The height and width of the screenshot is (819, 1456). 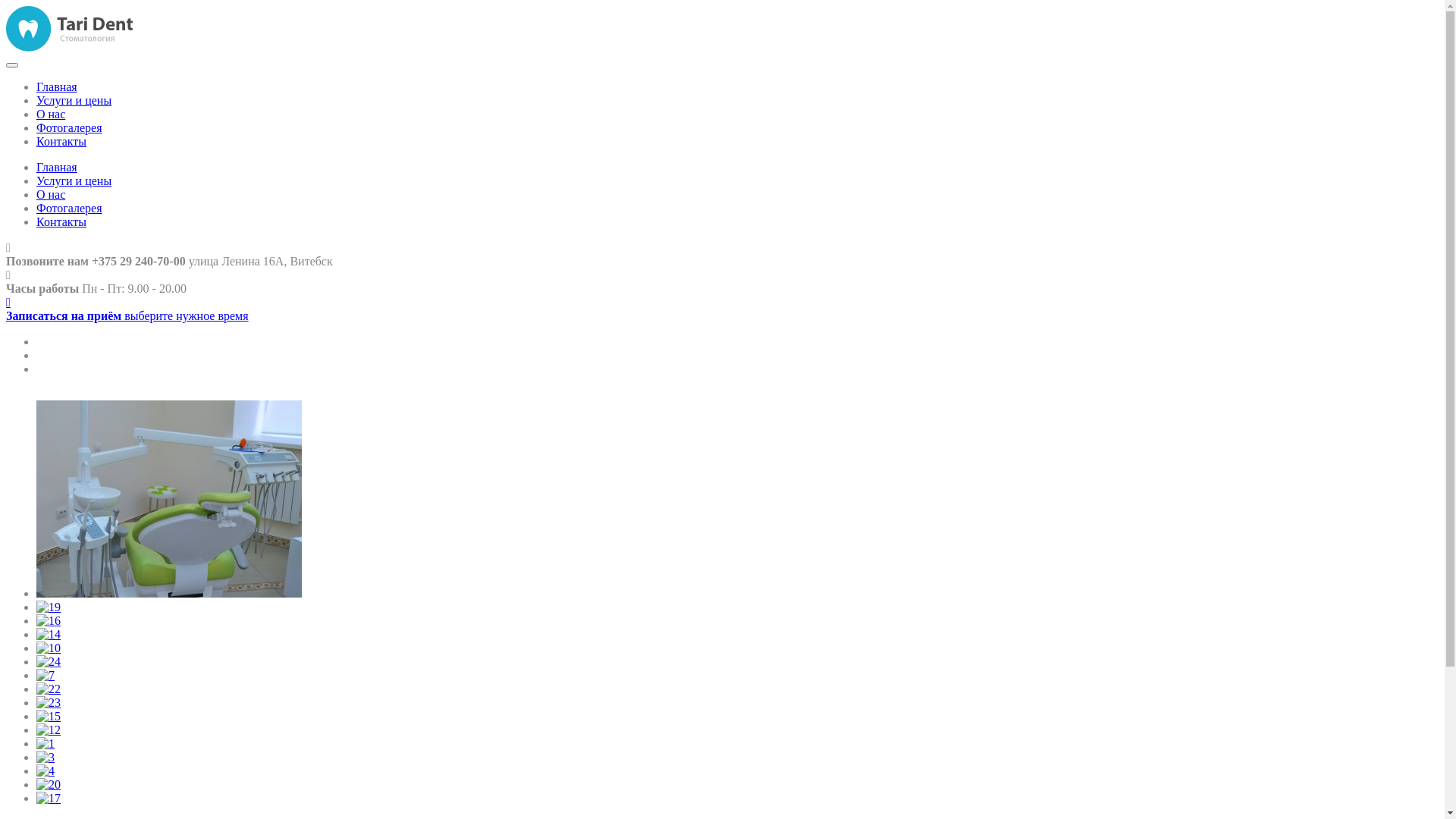 What do you see at coordinates (48, 702) in the screenshot?
I see `'23'` at bounding box center [48, 702].